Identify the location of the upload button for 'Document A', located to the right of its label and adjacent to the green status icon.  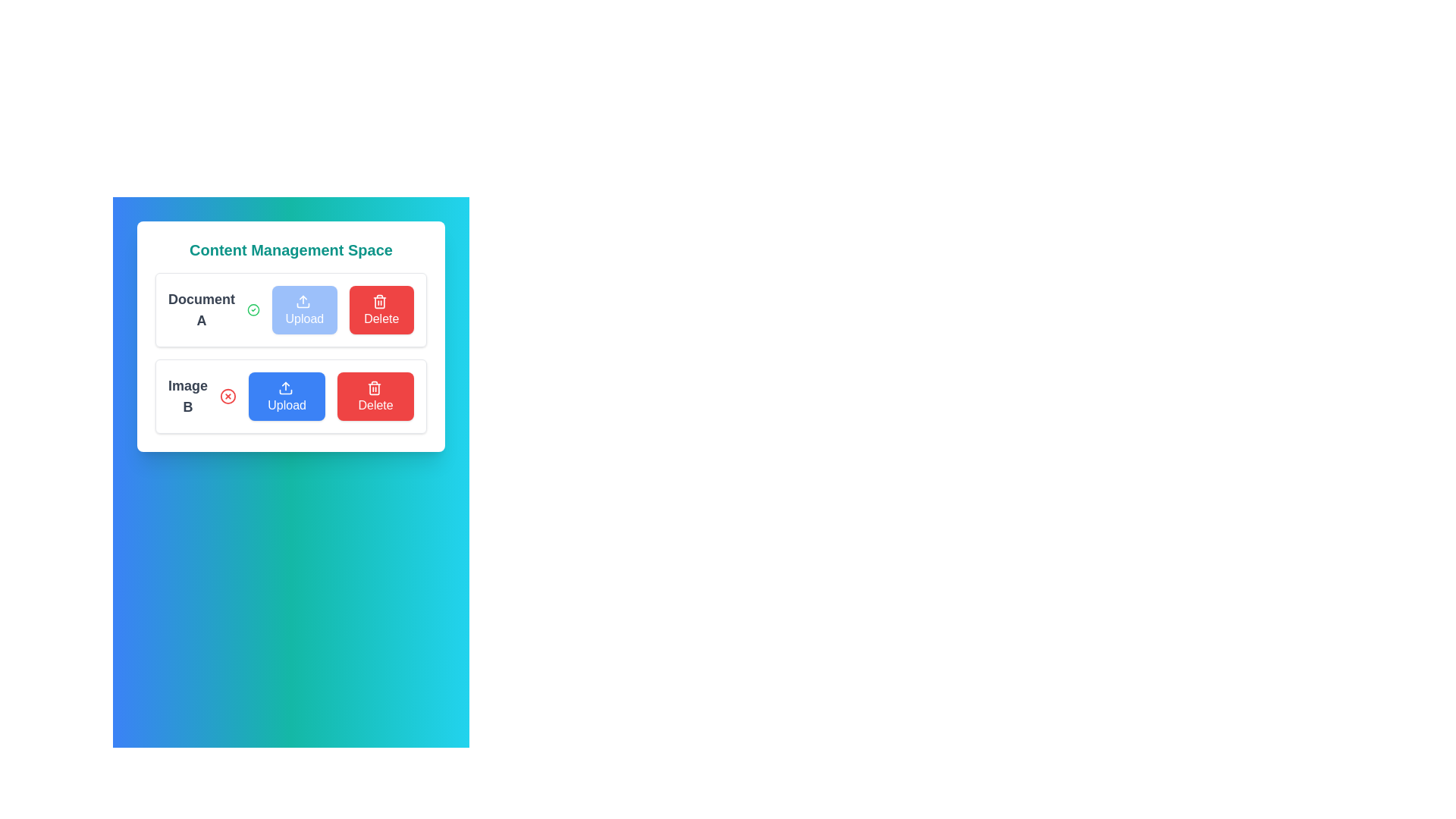
(303, 309).